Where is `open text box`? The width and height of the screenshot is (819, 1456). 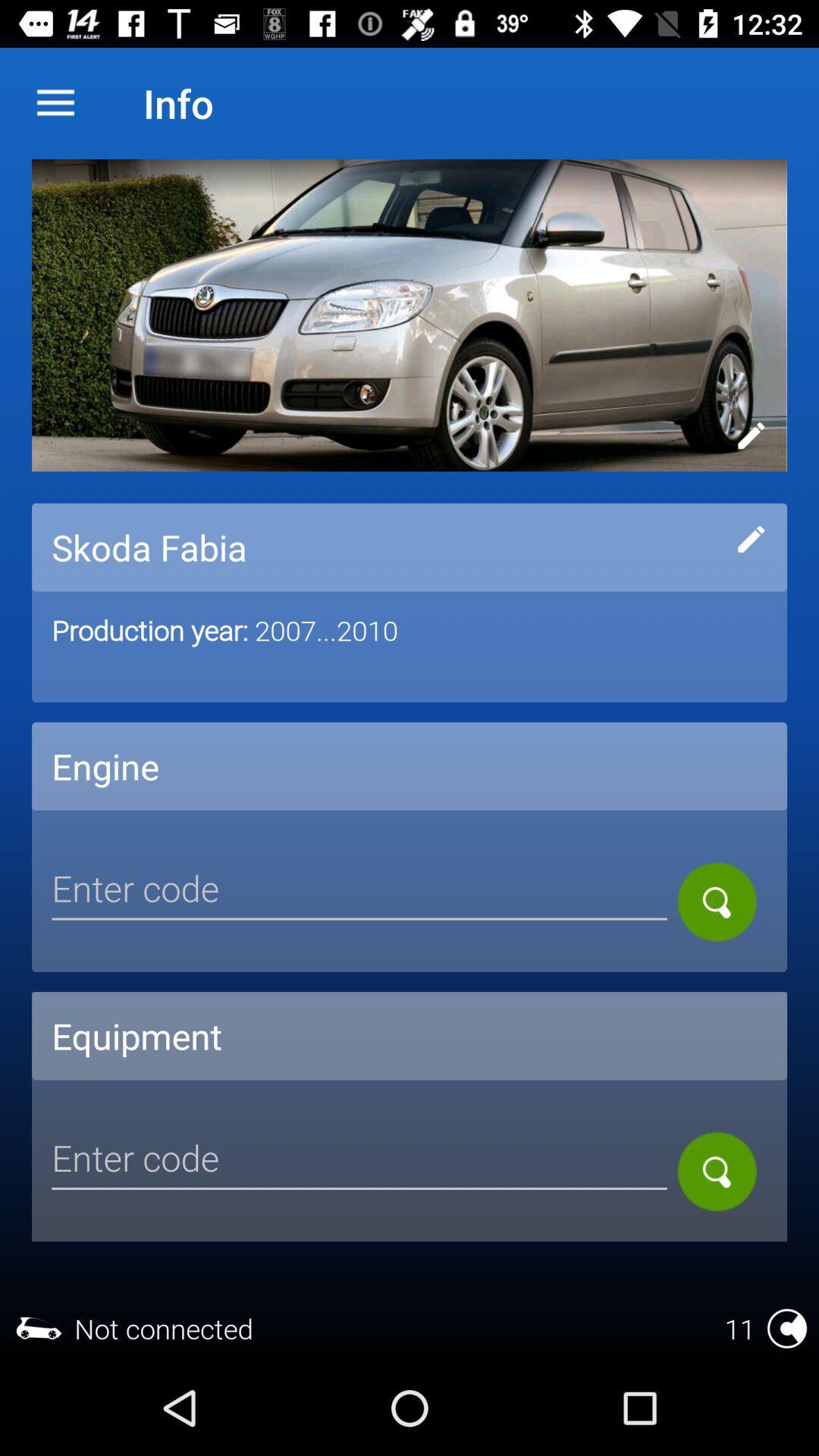
open text box is located at coordinates (359, 891).